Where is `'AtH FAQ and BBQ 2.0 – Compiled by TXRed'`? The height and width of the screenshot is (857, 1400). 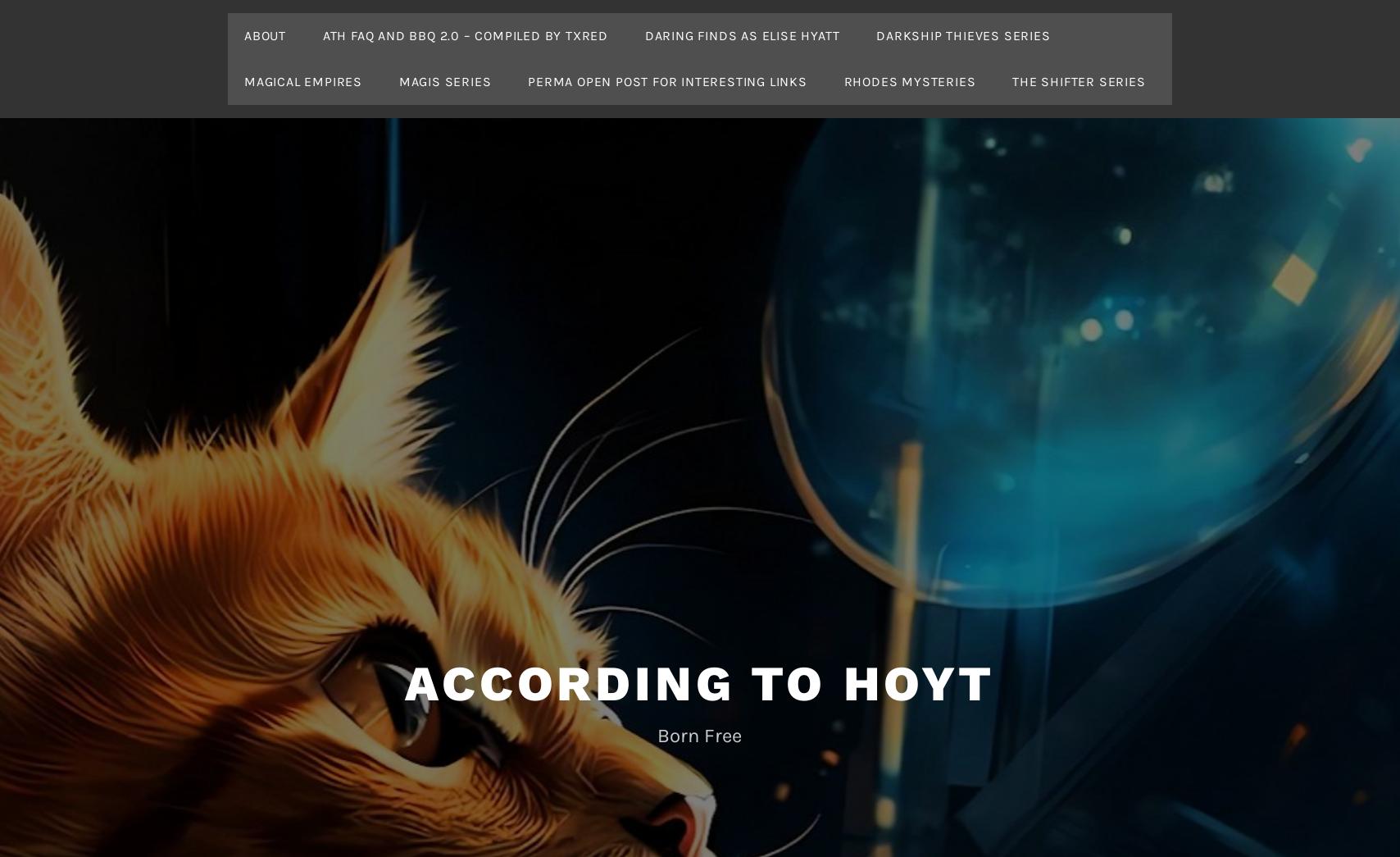 'AtH FAQ and BBQ 2.0 – Compiled by TXRed' is located at coordinates (322, 34).